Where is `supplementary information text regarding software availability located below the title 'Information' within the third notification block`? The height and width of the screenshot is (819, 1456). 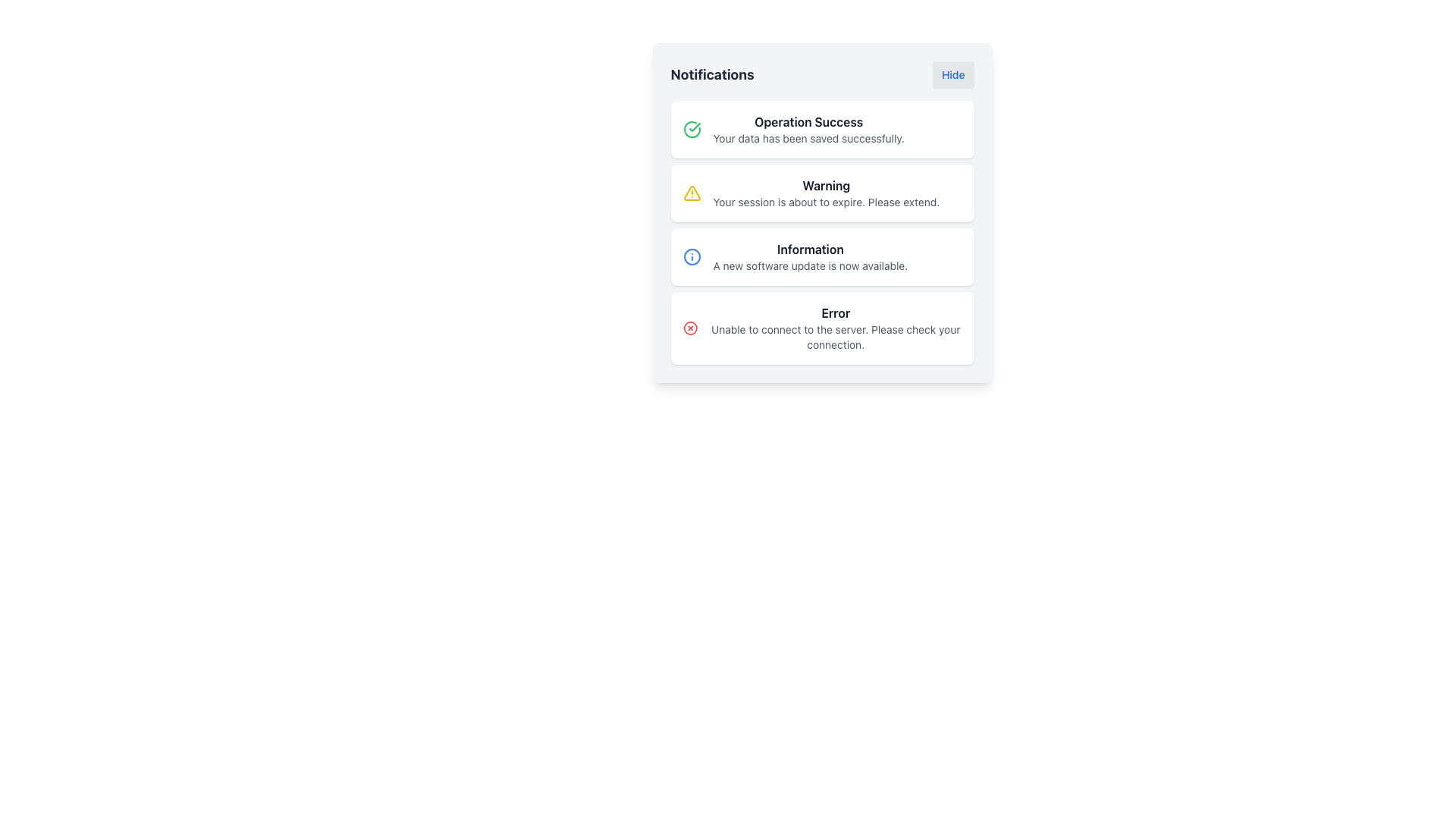
supplementary information text regarding software availability located below the title 'Information' within the third notification block is located at coordinates (809, 265).